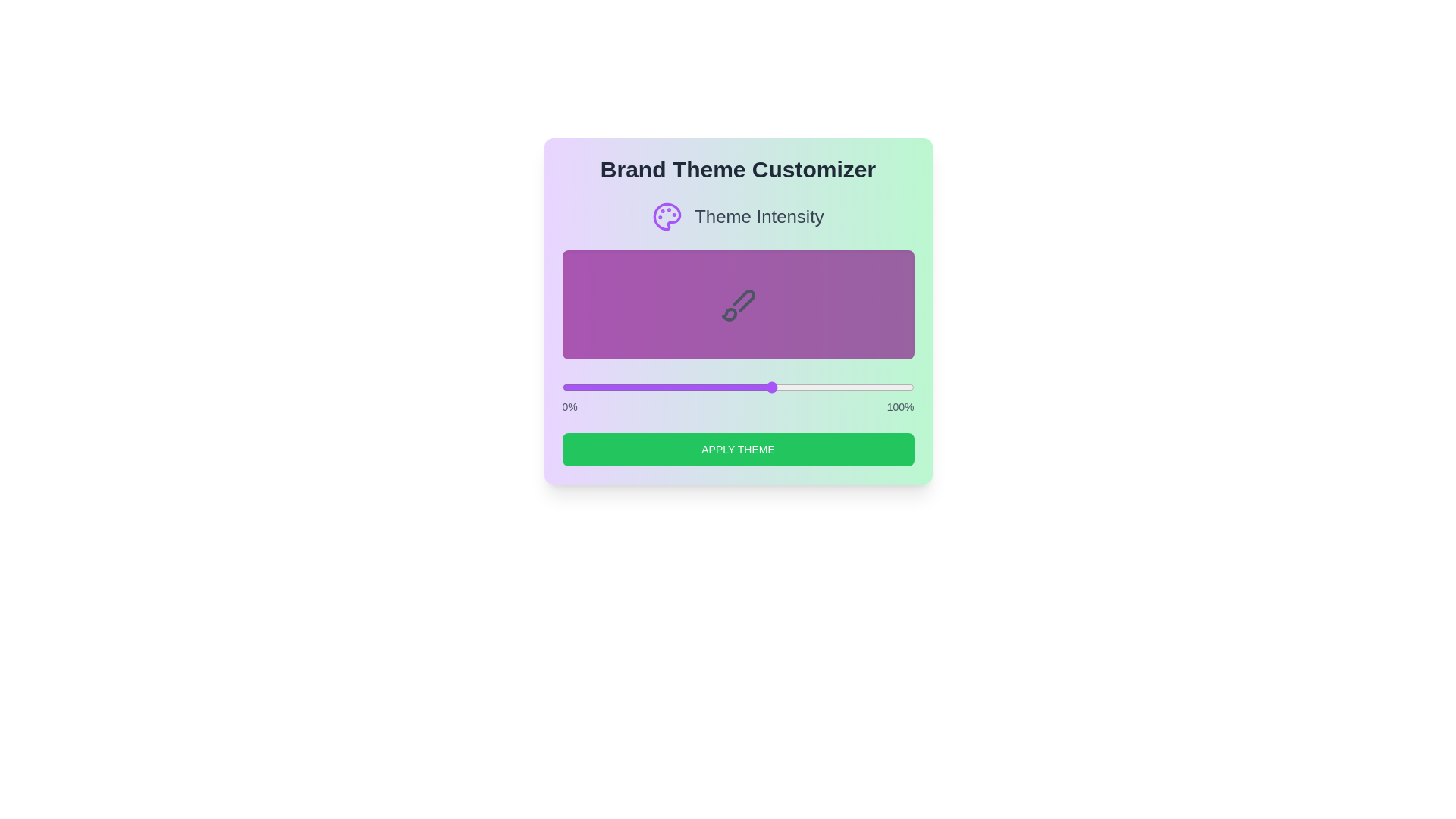  What do you see at coordinates (811, 386) in the screenshot?
I see `the theme intensity to 71 percent using the slider` at bounding box center [811, 386].